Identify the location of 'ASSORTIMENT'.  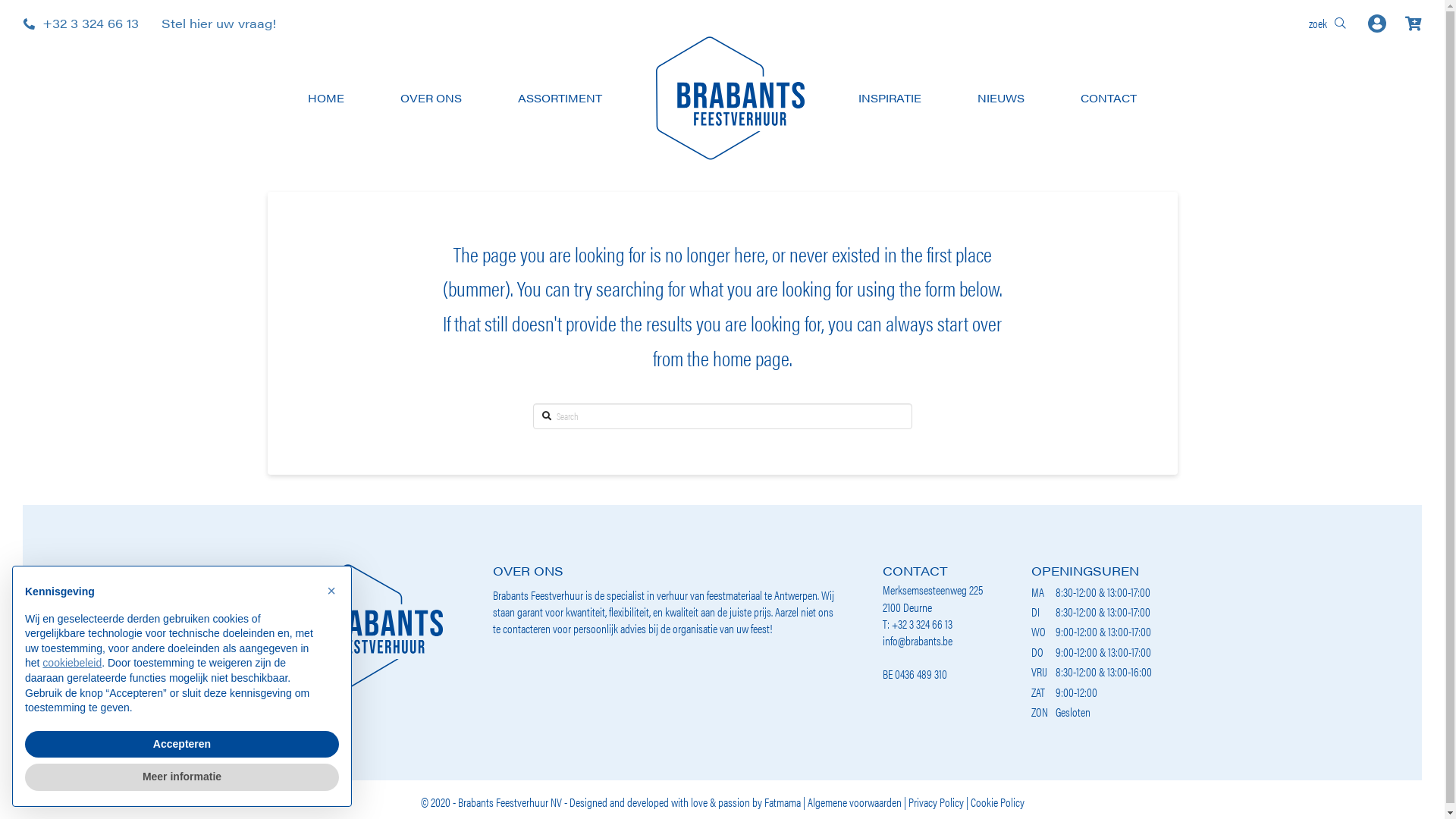
(559, 97).